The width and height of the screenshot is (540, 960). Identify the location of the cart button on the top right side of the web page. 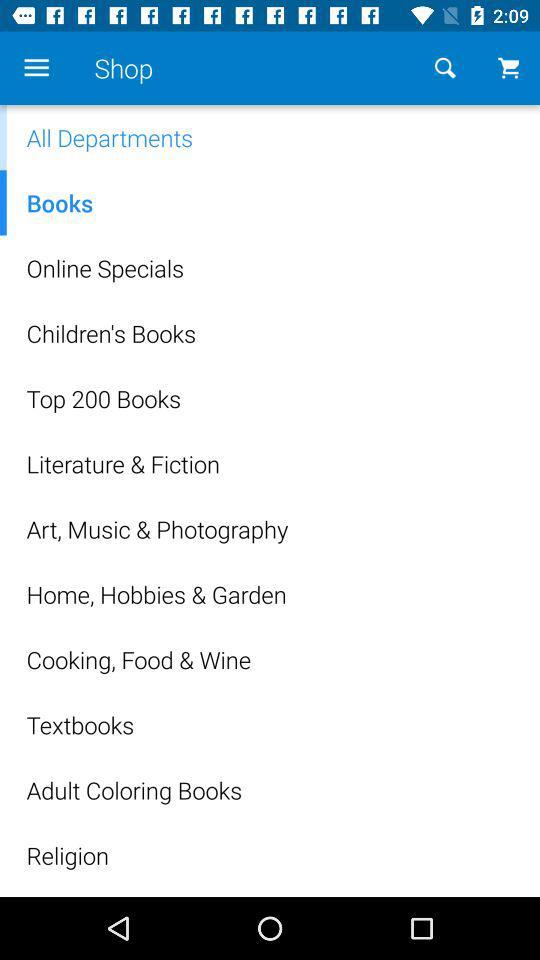
(508, 68).